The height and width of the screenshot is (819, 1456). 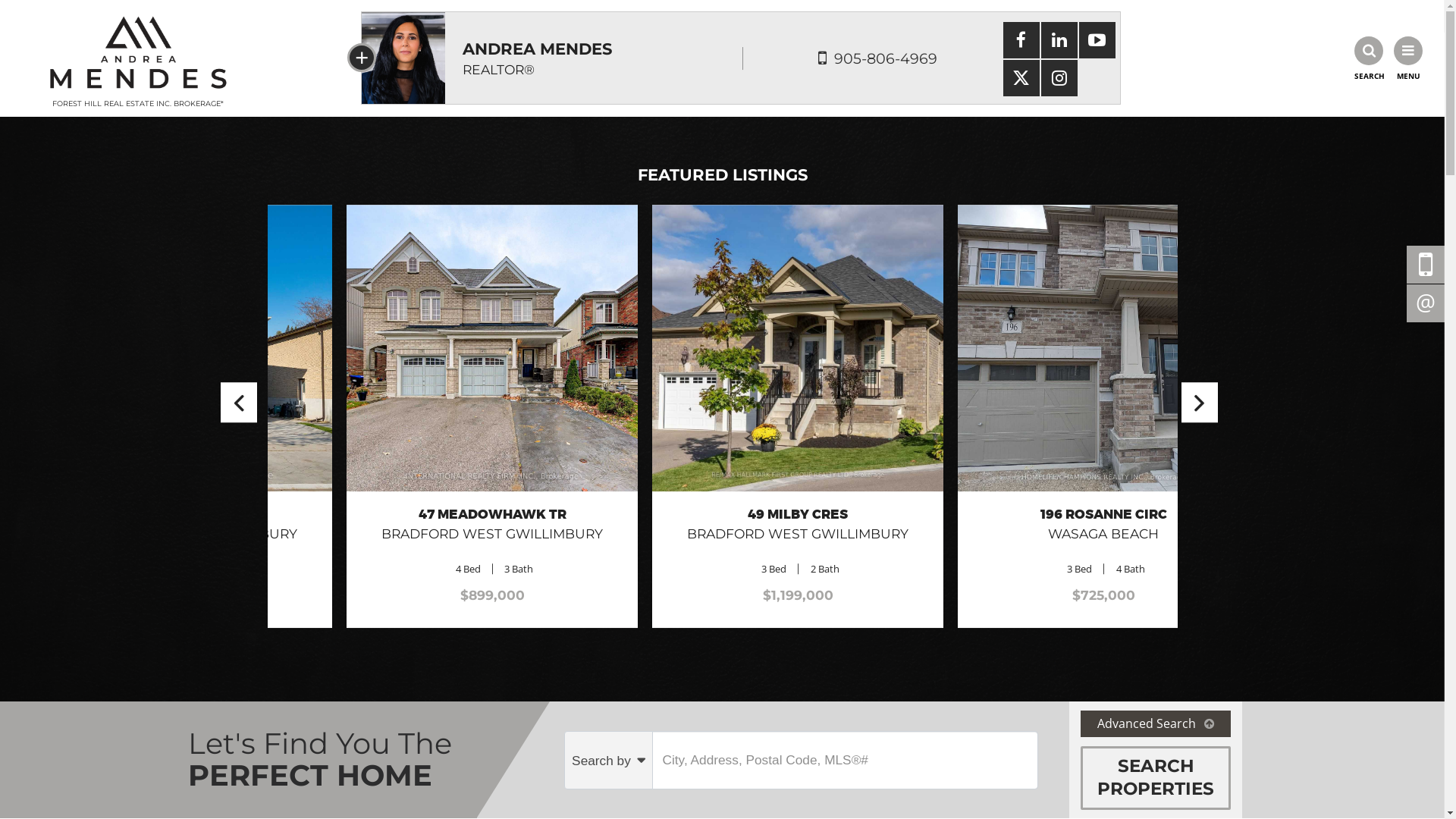 What do you see at coordinates (360, 57) in the screenshot?
I see `'+'` at bounding box center [360, 57].